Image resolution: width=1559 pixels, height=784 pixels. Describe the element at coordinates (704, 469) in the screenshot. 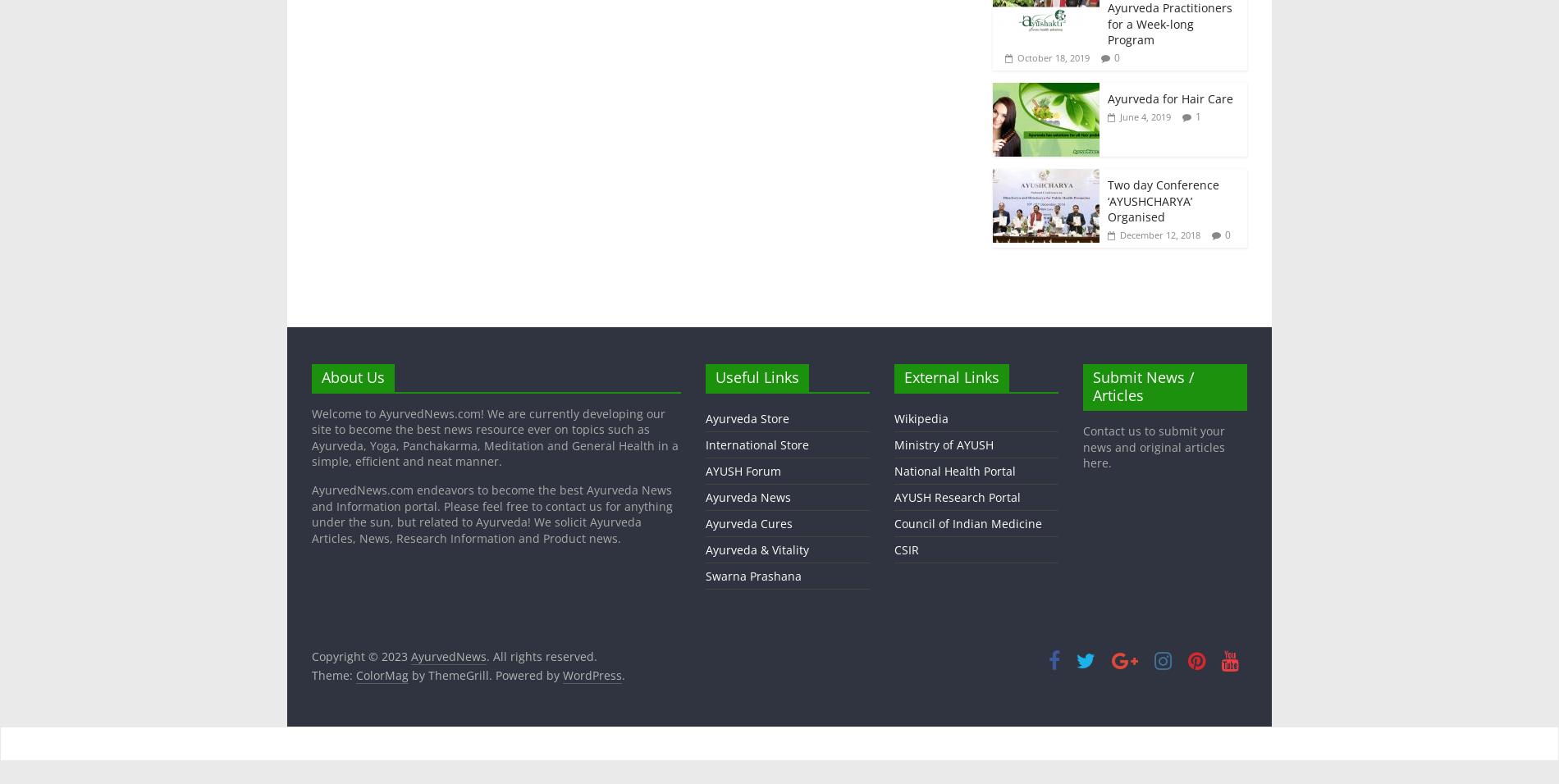

I see `'AYUSH Forum'` at that location.